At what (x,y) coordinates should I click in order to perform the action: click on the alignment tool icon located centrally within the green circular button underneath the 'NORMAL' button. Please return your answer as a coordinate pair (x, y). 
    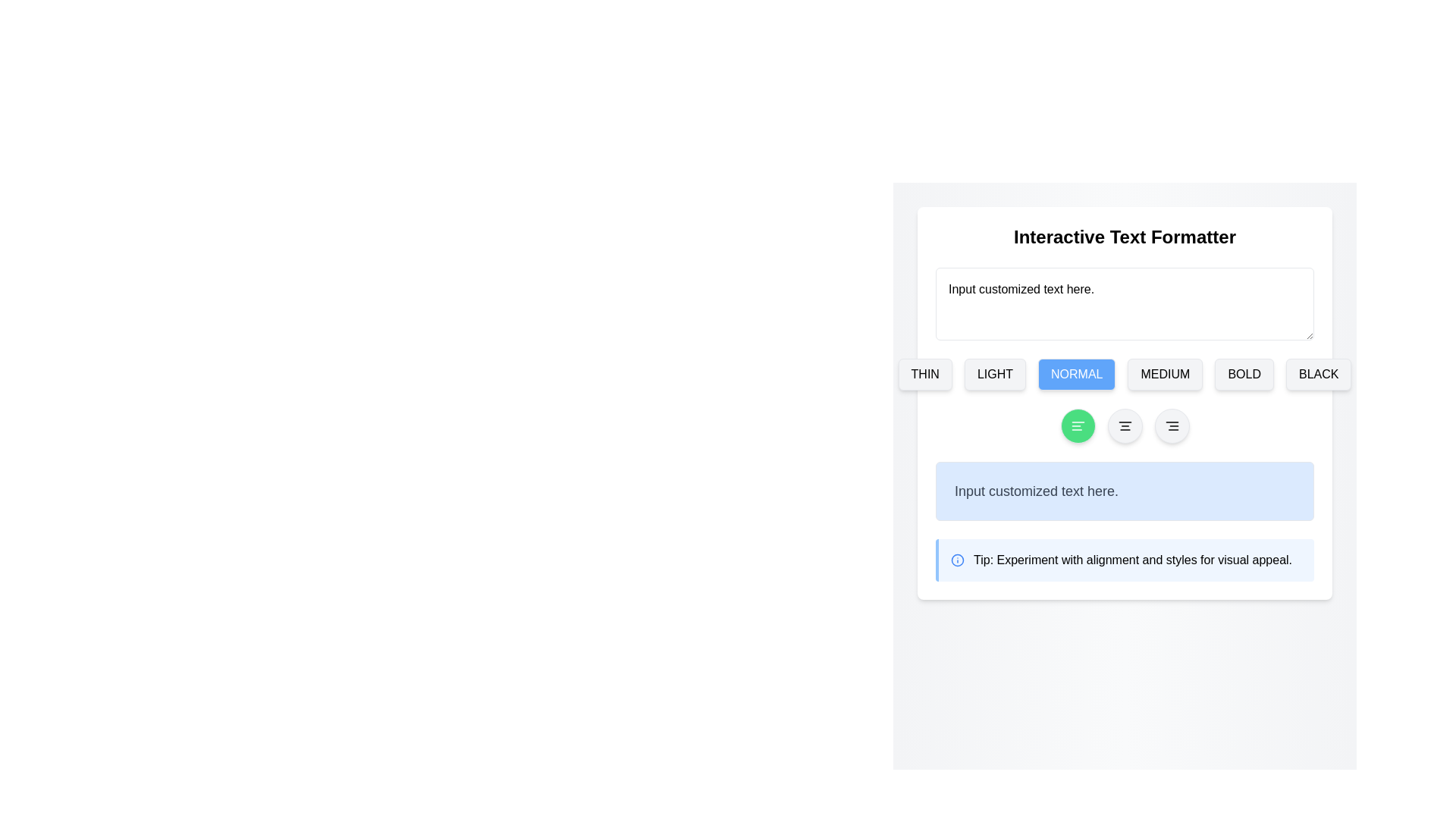
    Looking at the image, I should click on (1077, 426).